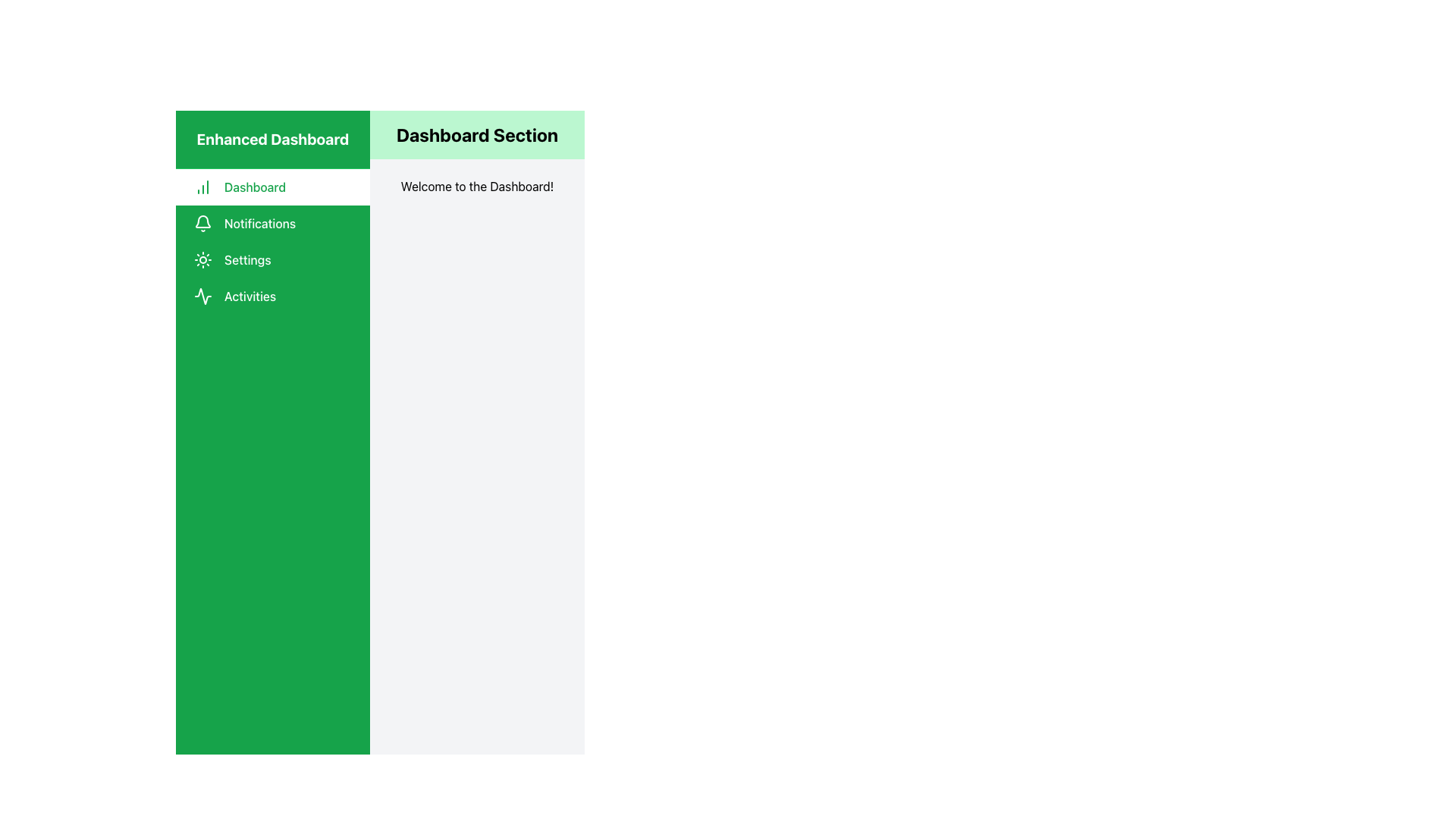 This screenshot has height=819, width=1456. I want to click on the 'Activities' SVG icon located on the left sidebar, positioned beneath the 'Settings' icon and above the 'Activities' text, so click(202, 296).